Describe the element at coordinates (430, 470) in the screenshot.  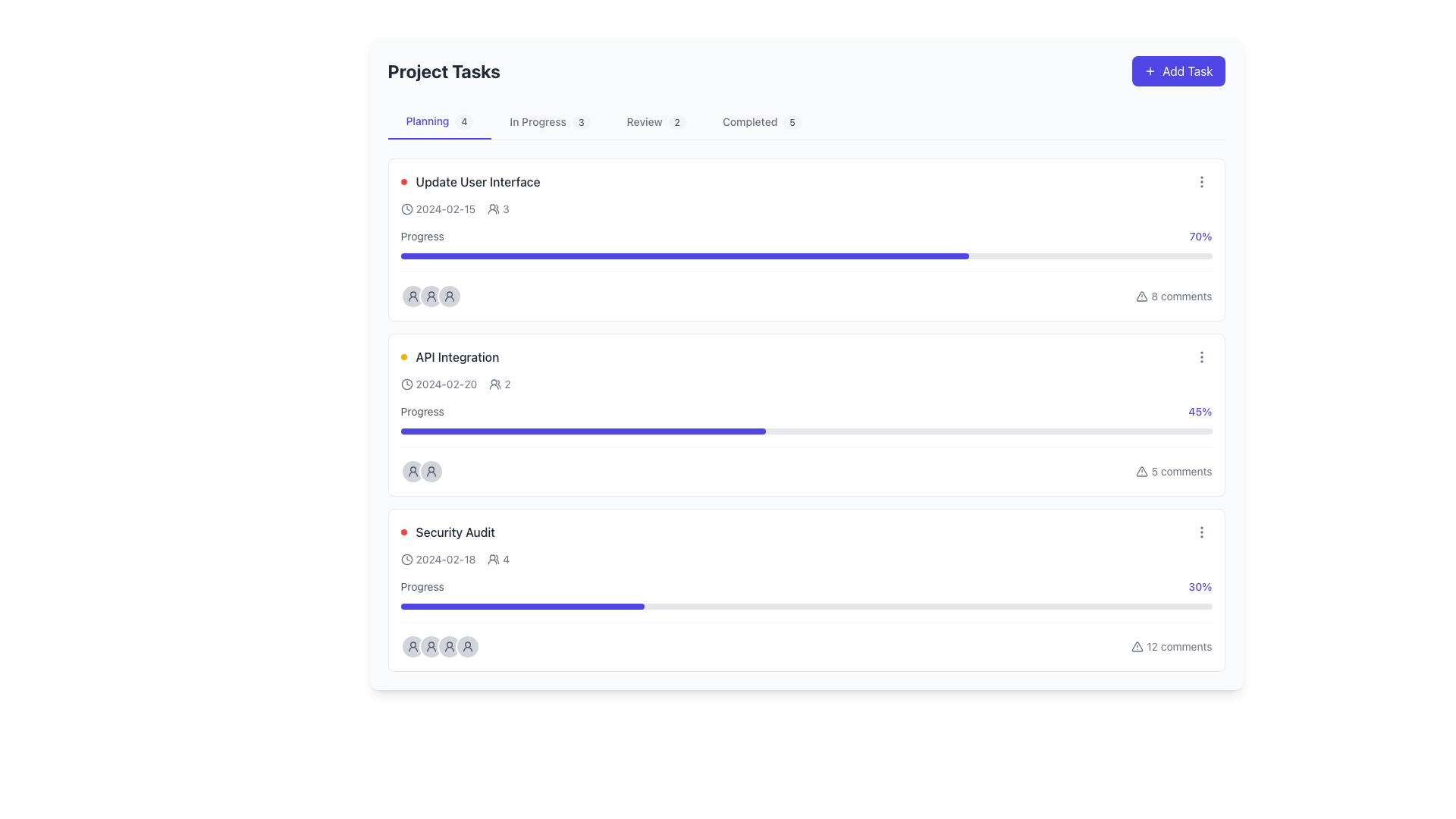
I see `the User Avatar Icon located in the middle of the stacked task cards, specifically the second circular icon under the 'Progress' label of the 'API Integration' task card` at that location.